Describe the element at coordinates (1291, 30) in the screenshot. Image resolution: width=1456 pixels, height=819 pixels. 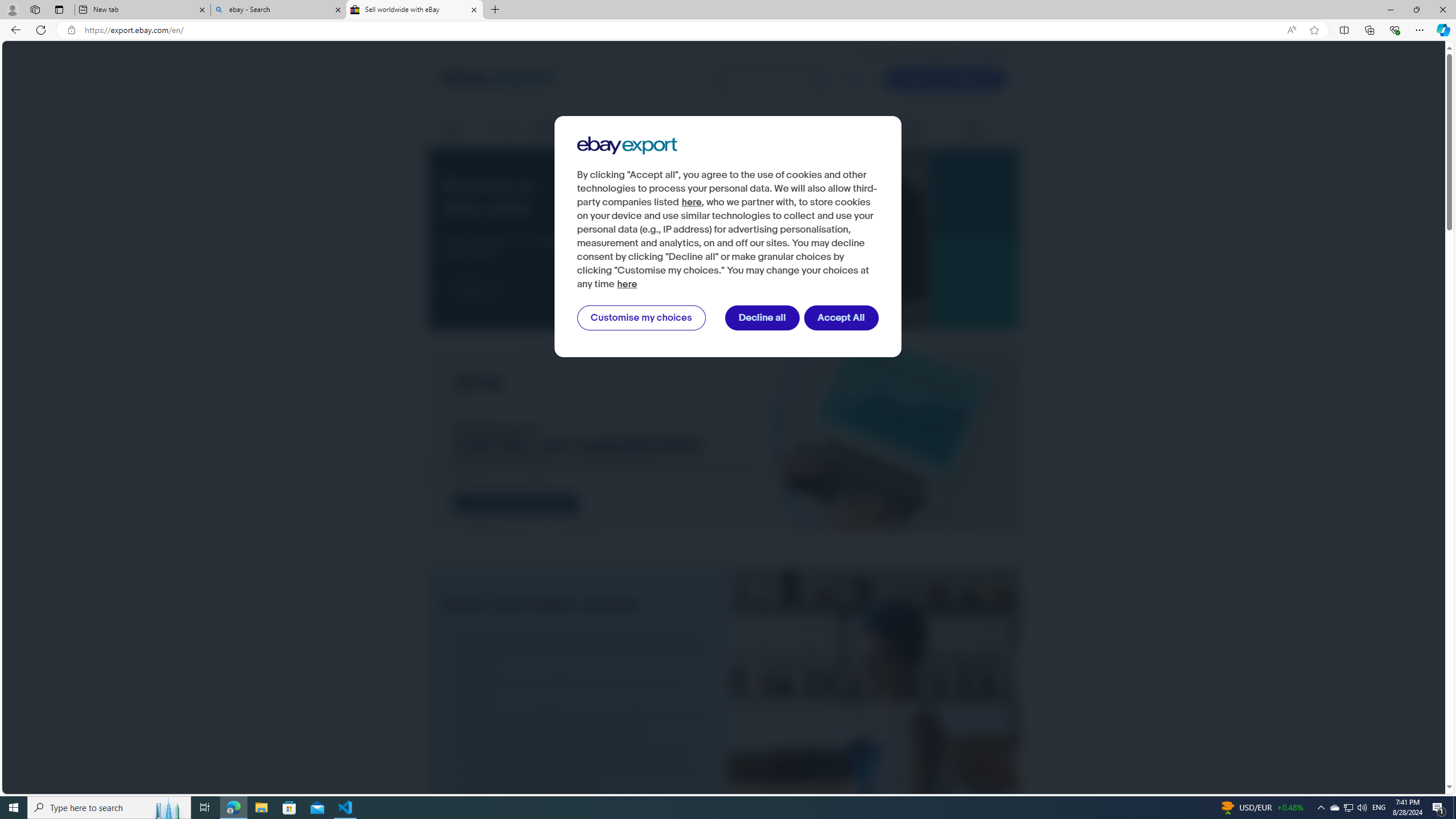
I see `'Read aloud this page (Ctrl+Shift+U)'` at that location.